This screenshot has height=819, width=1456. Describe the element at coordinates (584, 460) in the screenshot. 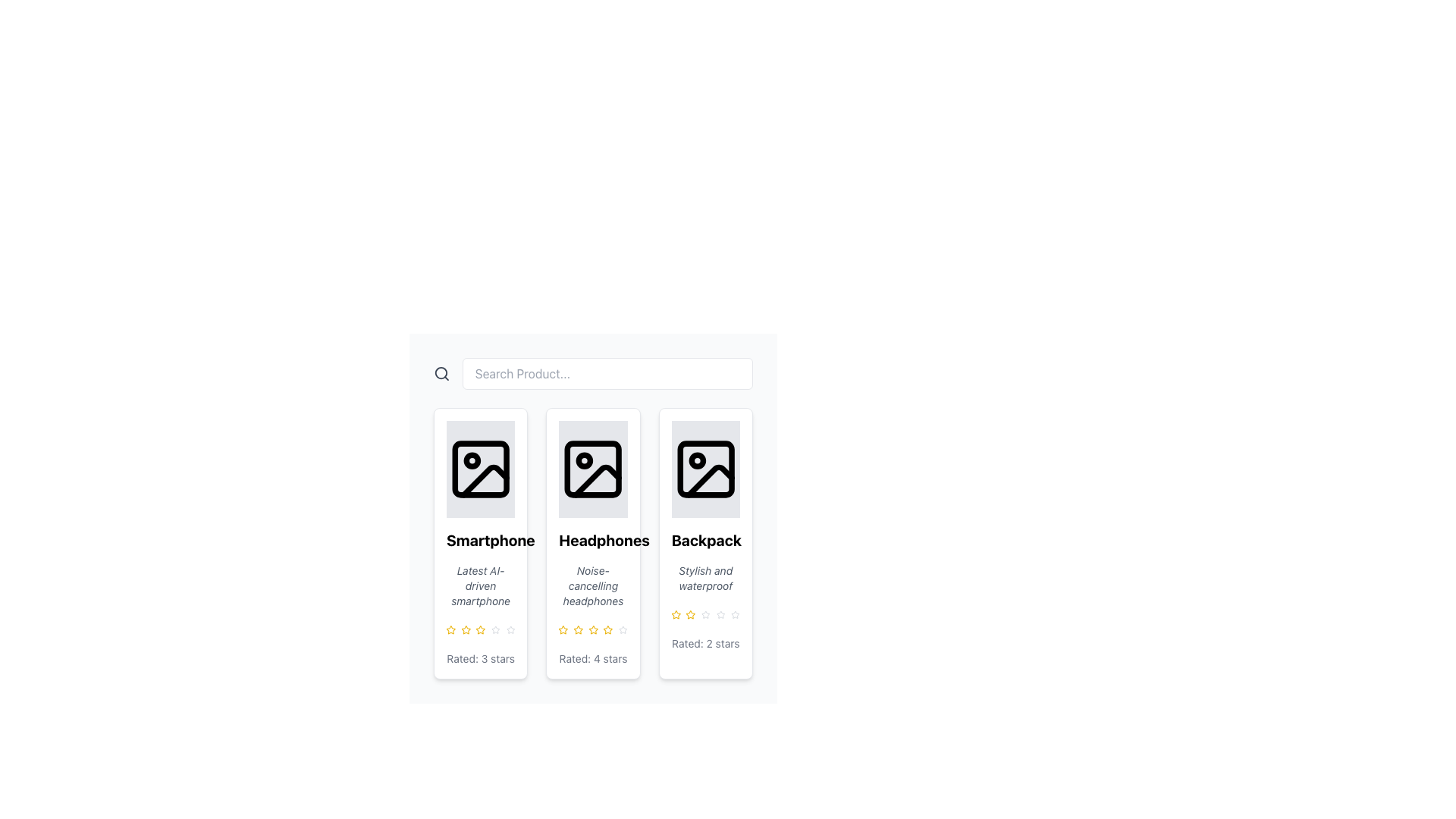

I see `the small circular icon located in the upper left corner of the image placeholder in the second product card of the grid` at that location.